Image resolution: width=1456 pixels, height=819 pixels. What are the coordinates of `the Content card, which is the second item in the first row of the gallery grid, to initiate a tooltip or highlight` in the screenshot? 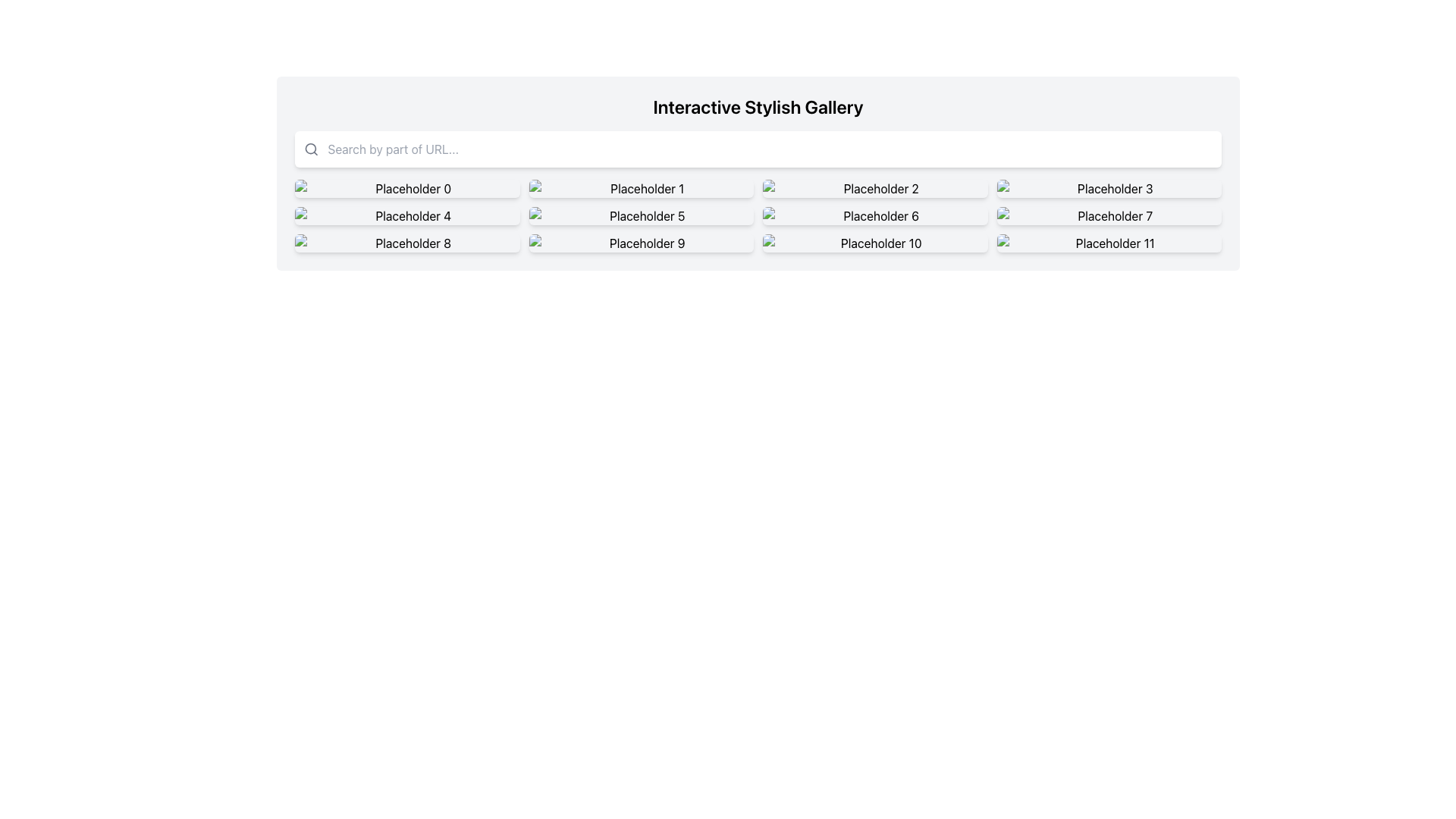 It's located at (641, 188).